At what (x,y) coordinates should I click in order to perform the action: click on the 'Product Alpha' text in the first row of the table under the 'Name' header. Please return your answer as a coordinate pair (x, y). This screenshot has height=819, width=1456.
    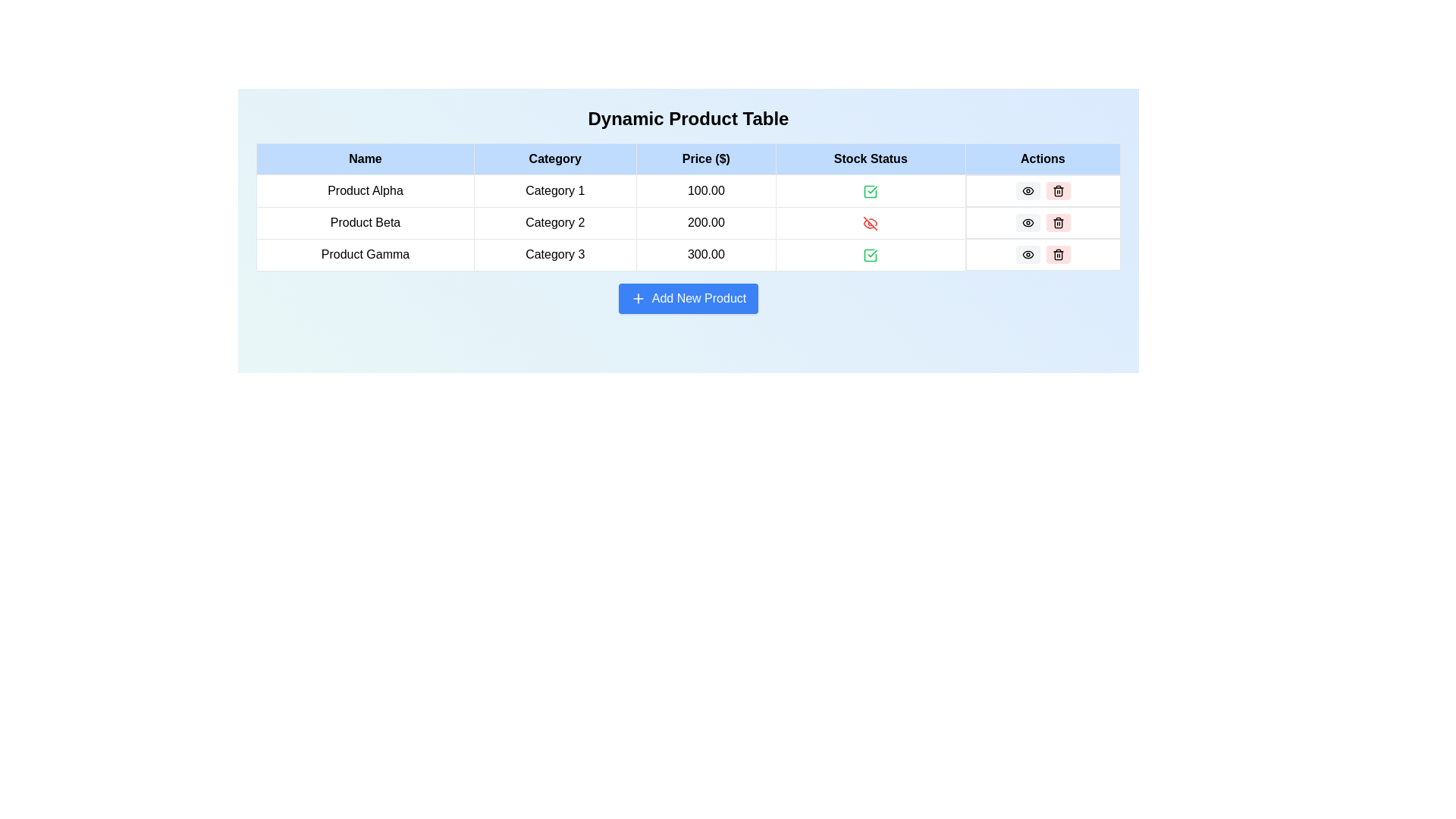
    Looking at the image, I should click on (365, 190).